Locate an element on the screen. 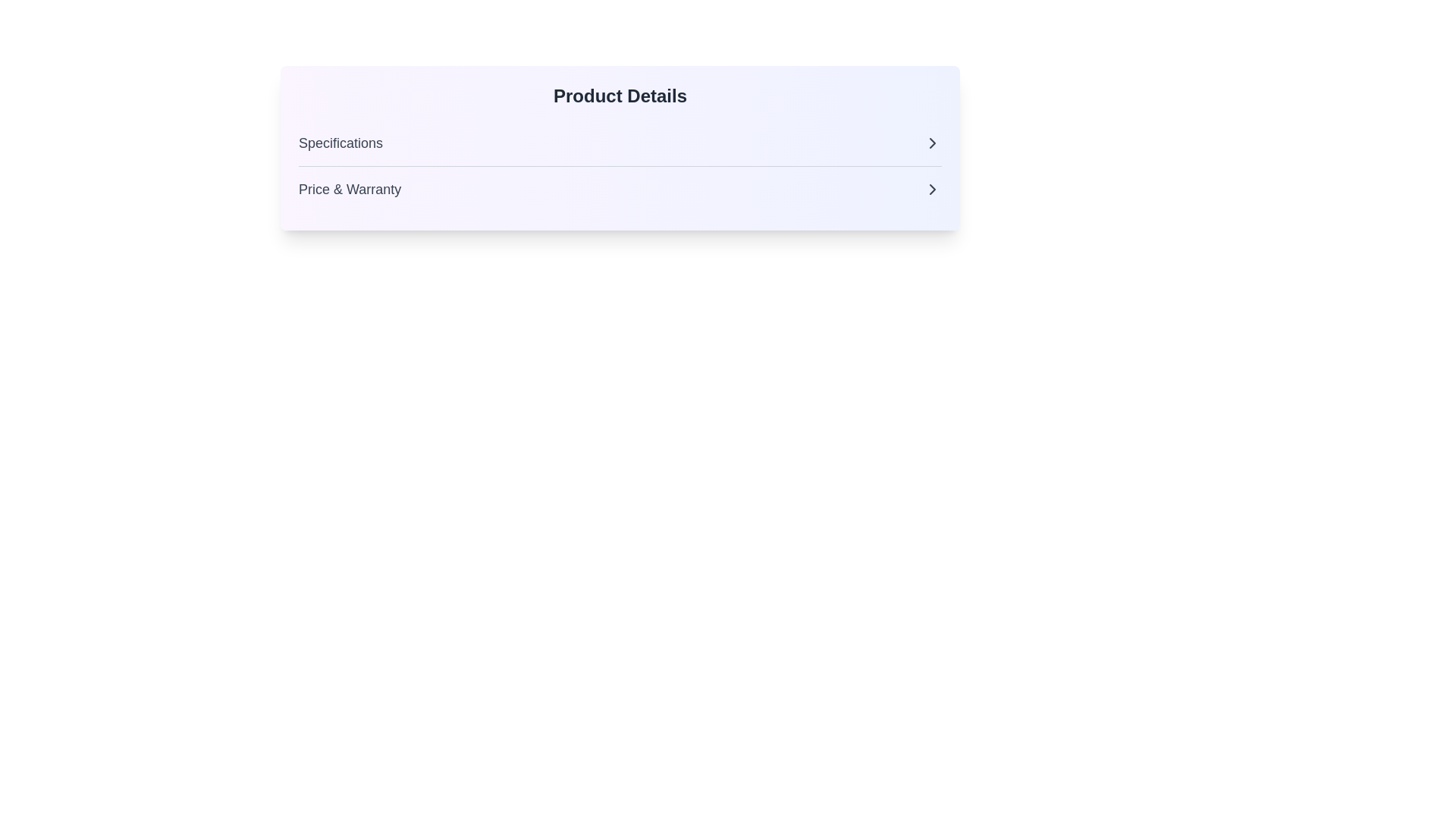 The height and width of the screenshot is (819, 1456). text displayed in the 'Price & Warranty' label, which is styled in dark gray and located under the 'Product Details' header is located at coordinates (349, 189).